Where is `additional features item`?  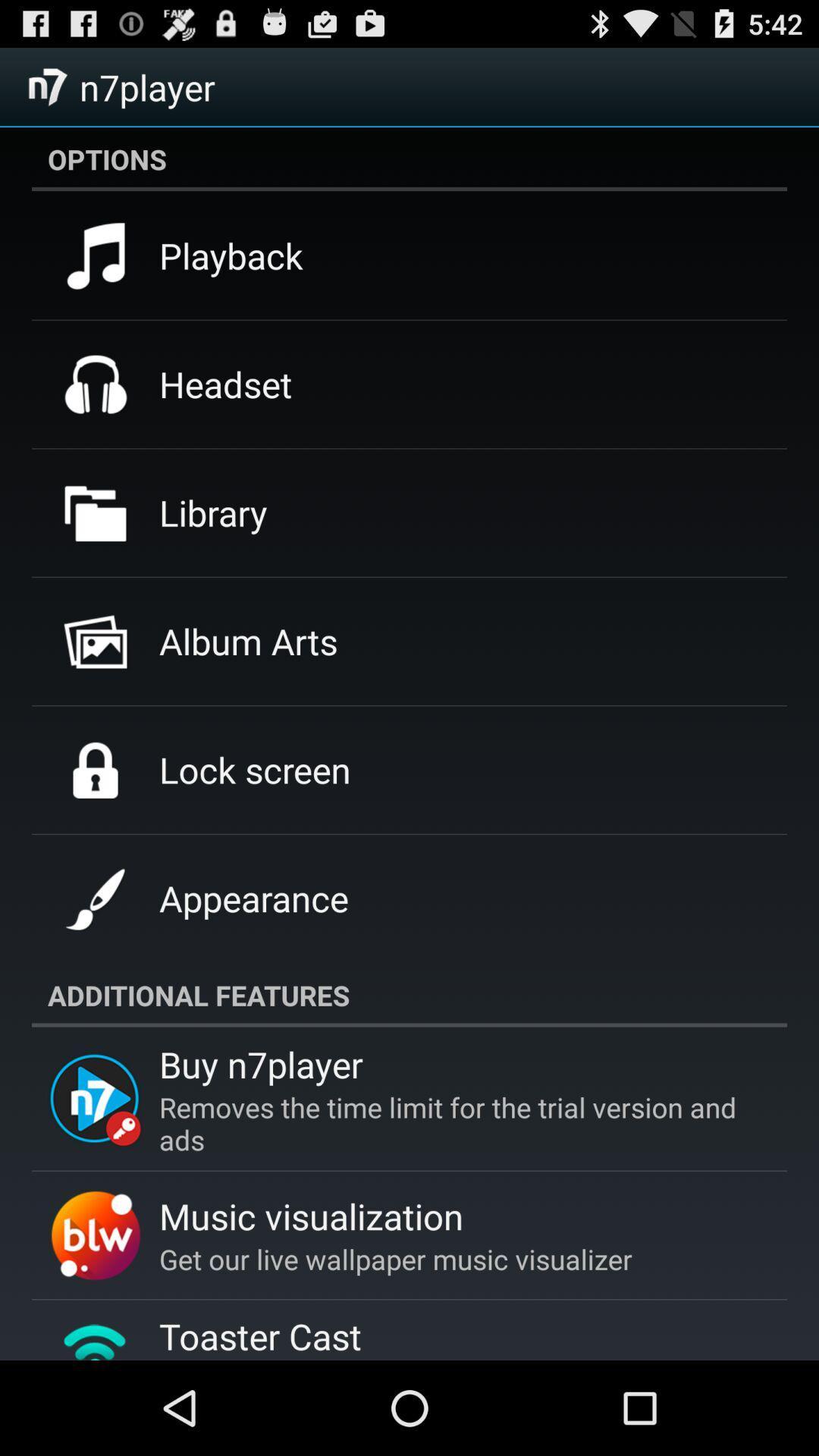
additional features item is located at coordinates (409, 995).